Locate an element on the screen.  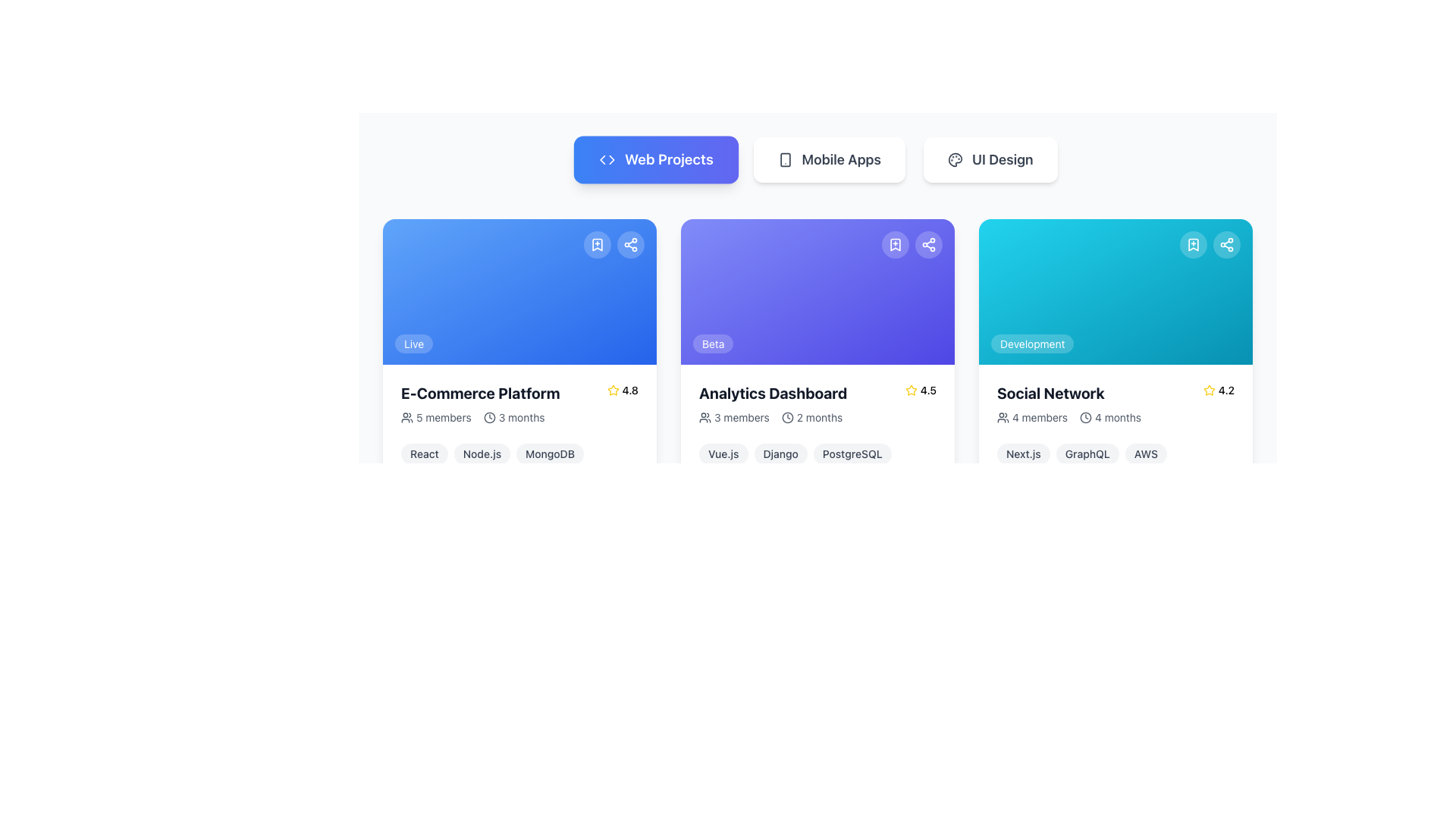
the 'MongoDB' tag, which is a pill-shaped label with rounded corners located below the 'E-Commerce Platform' card in the 'Web Projects' section, positioned to the right of the 'Node.js' tag is located at coordinates (549, 453).